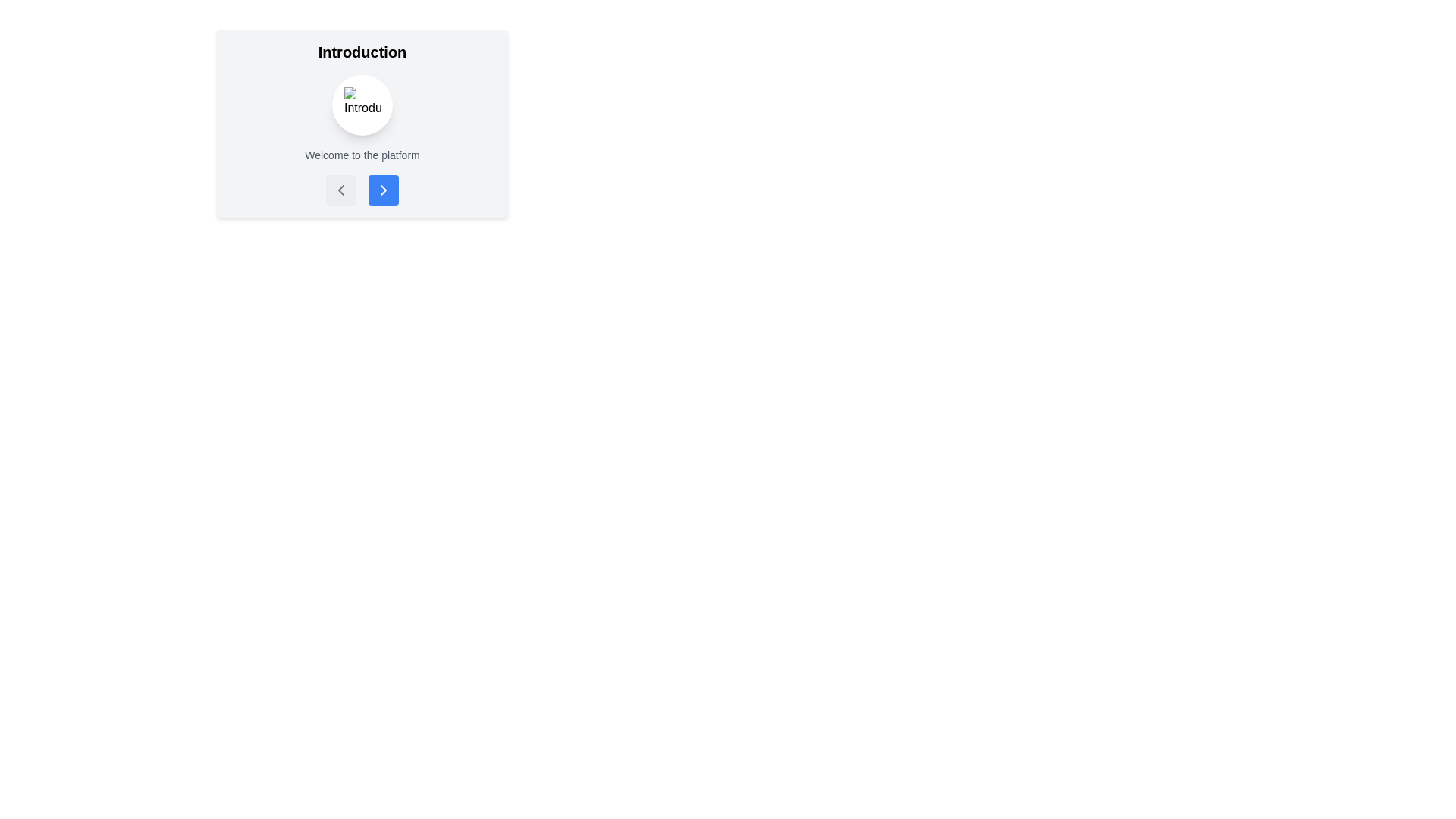  I want to click on the right-pointing chevron icon button with a blue background and white stroke, which is the second button in the navigation row located at the bottom-center of the card containing the 'Introduction' heading, so click(383, 189).